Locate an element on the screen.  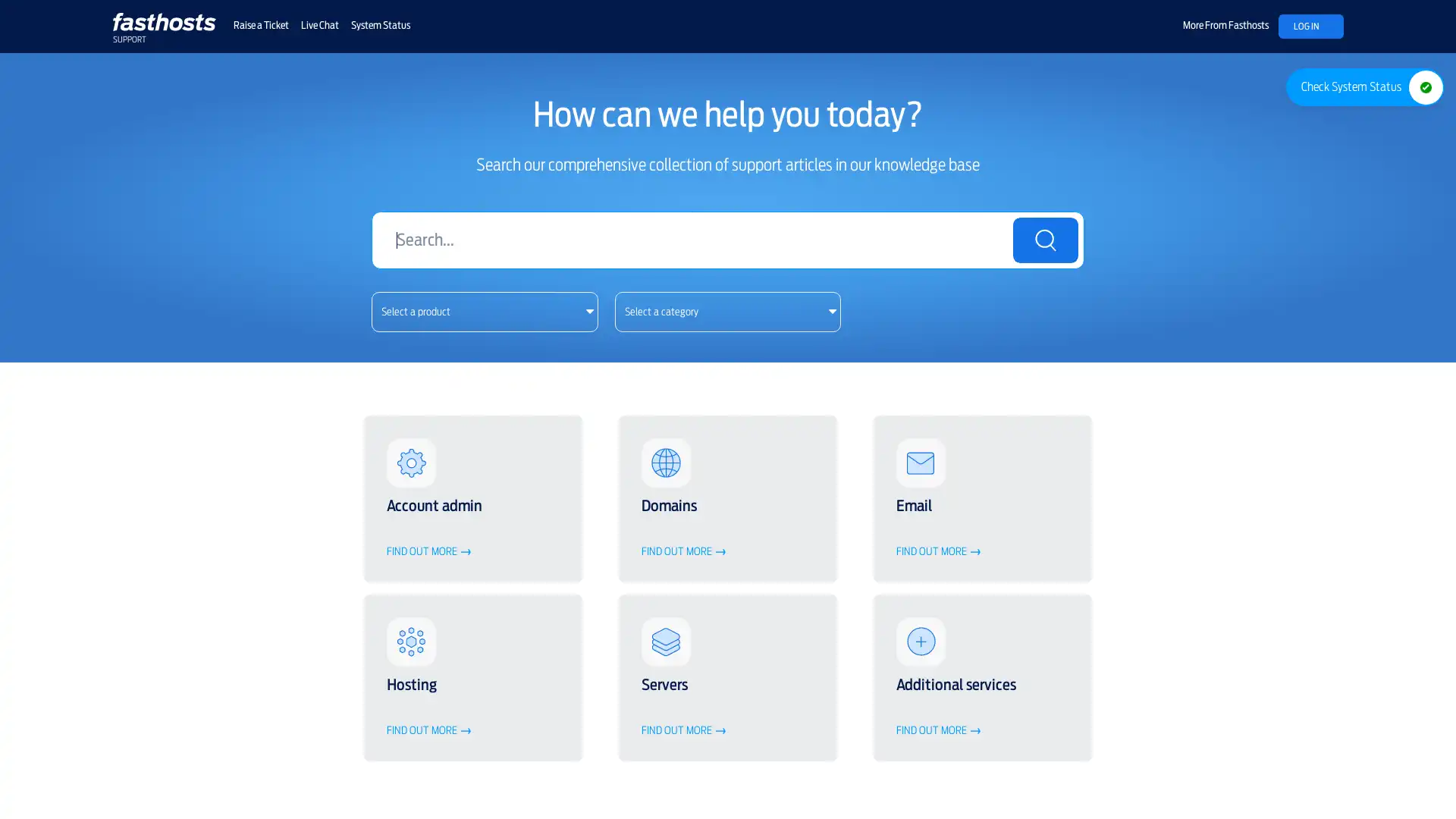
This button does not work with screen readers. Please use the previous link instead. Select a category is located at coordinates (726, 310).